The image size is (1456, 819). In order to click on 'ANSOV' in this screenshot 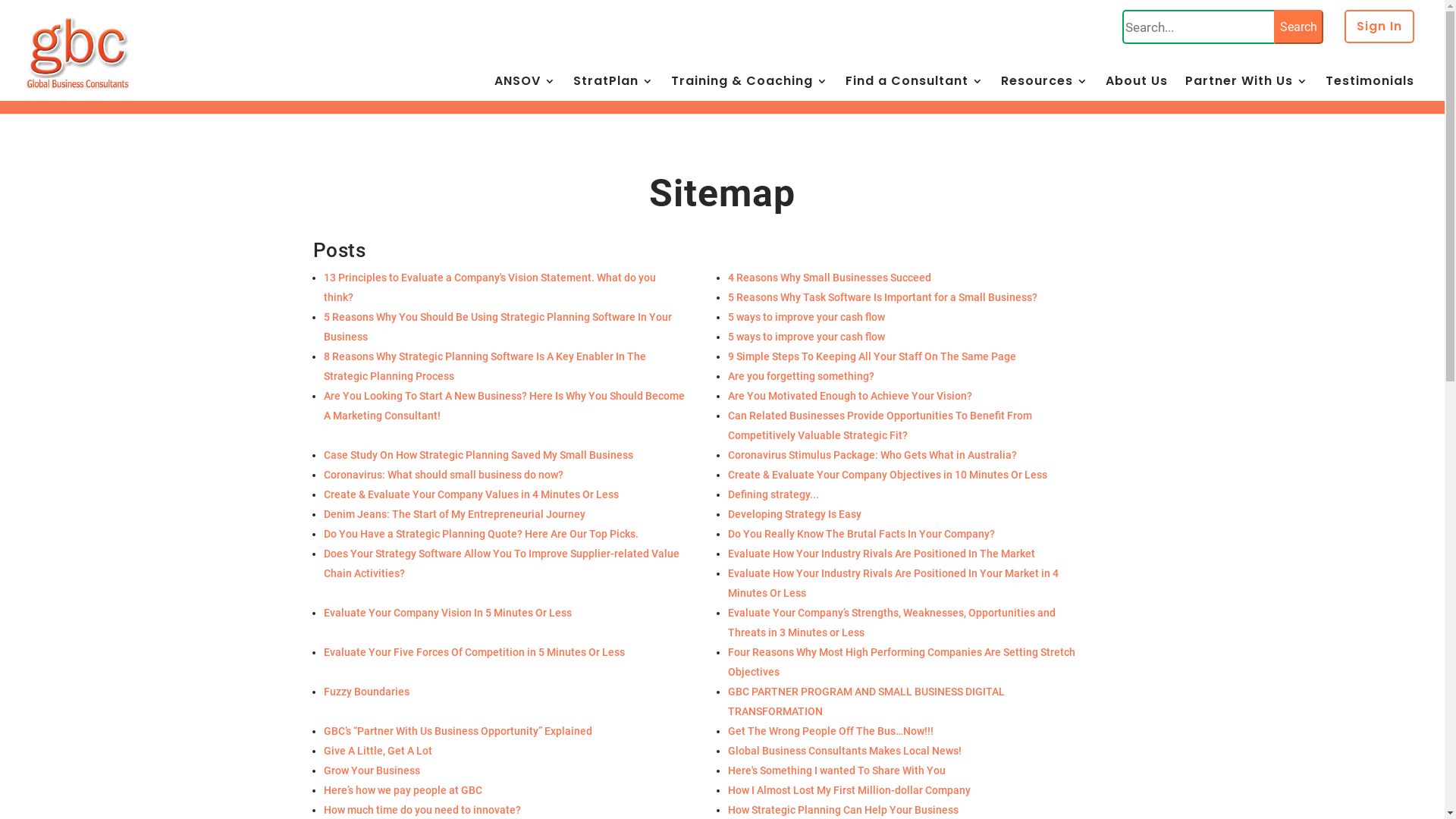, I will do `click(494, 90)`.